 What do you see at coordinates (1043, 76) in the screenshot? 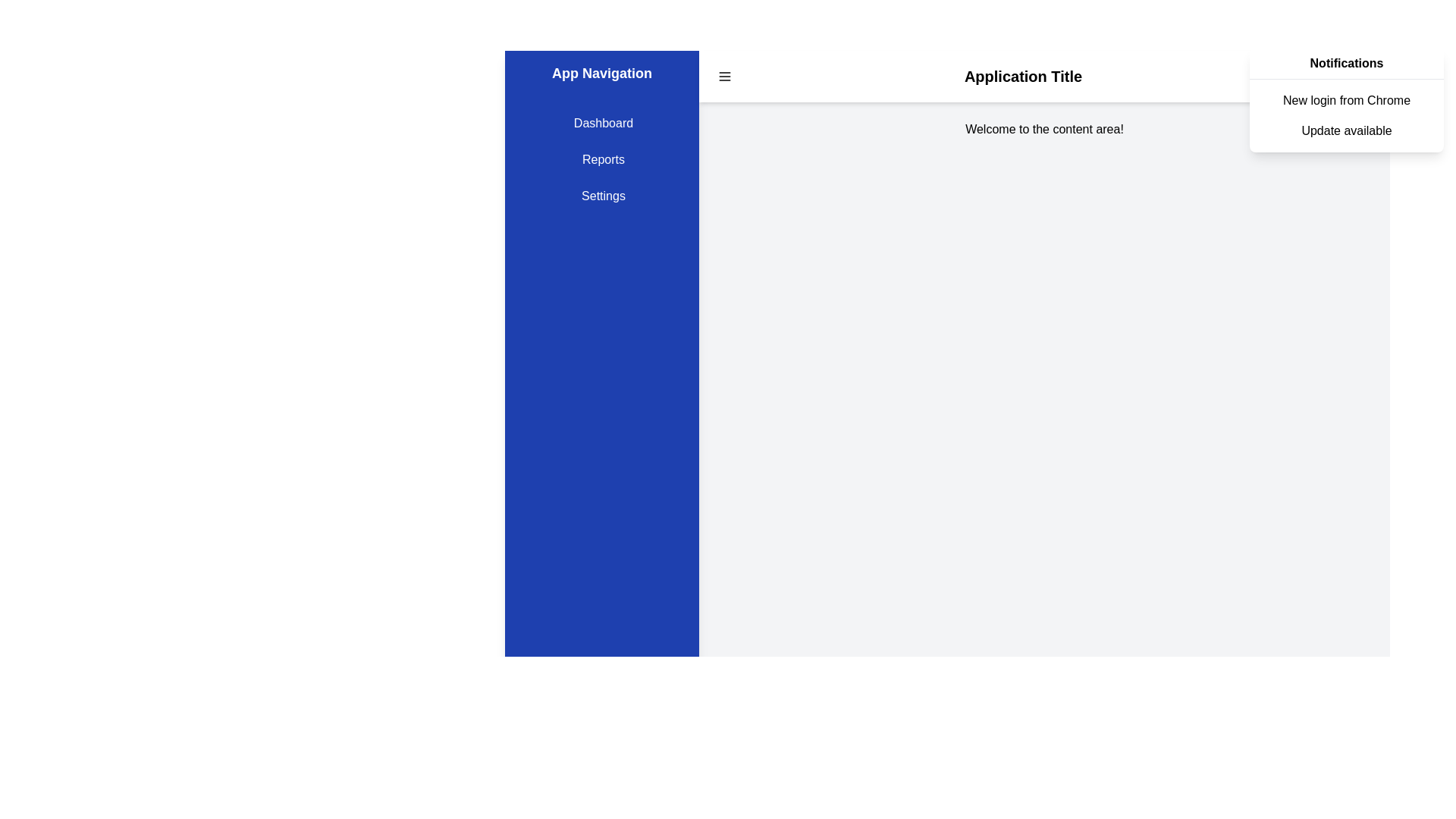
I see `text label located centrally in the top navigation bar, which indicates the current application name` at bounding box center [1043, 76].